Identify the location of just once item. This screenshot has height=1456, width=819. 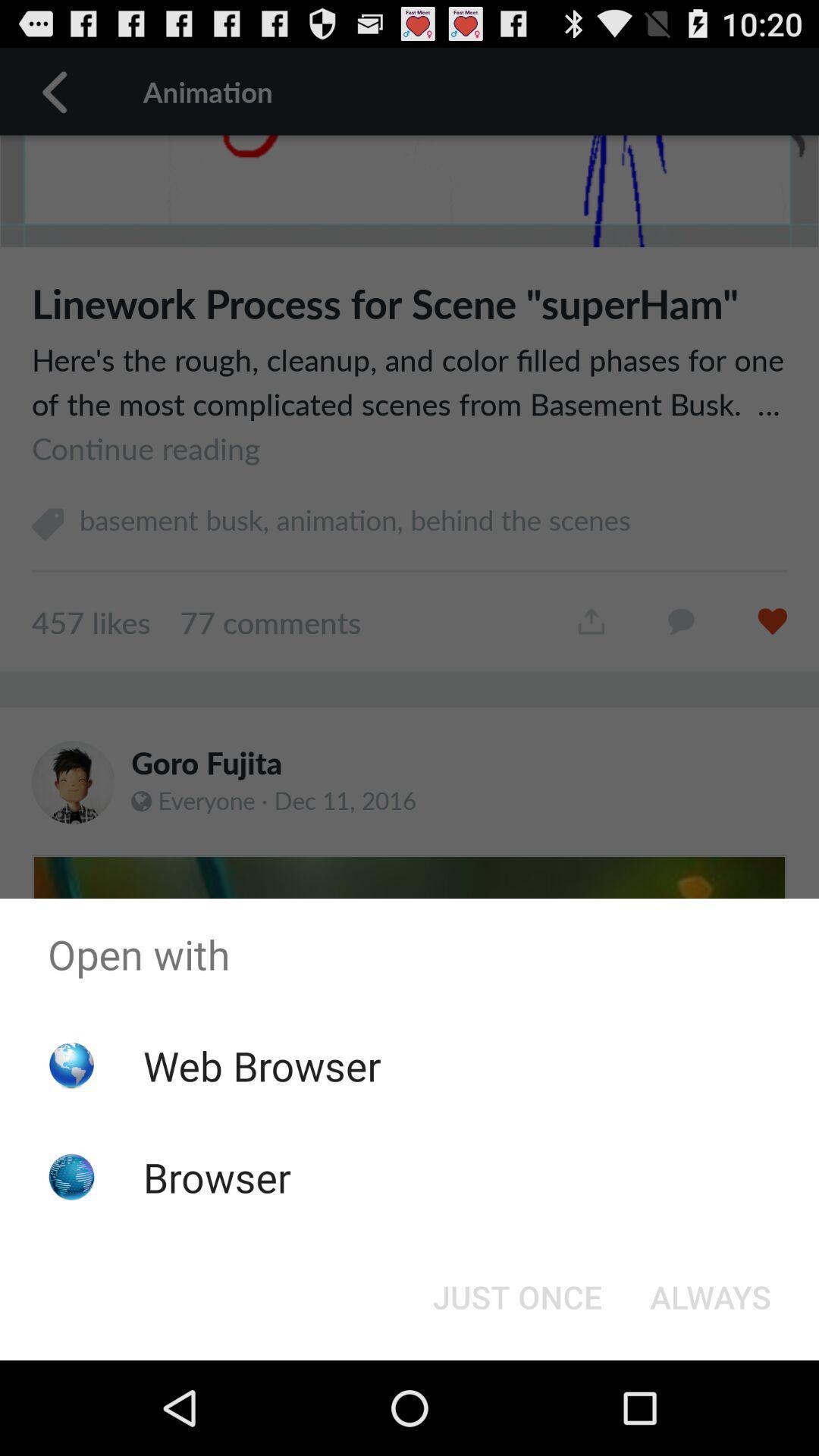
(516, 1295).